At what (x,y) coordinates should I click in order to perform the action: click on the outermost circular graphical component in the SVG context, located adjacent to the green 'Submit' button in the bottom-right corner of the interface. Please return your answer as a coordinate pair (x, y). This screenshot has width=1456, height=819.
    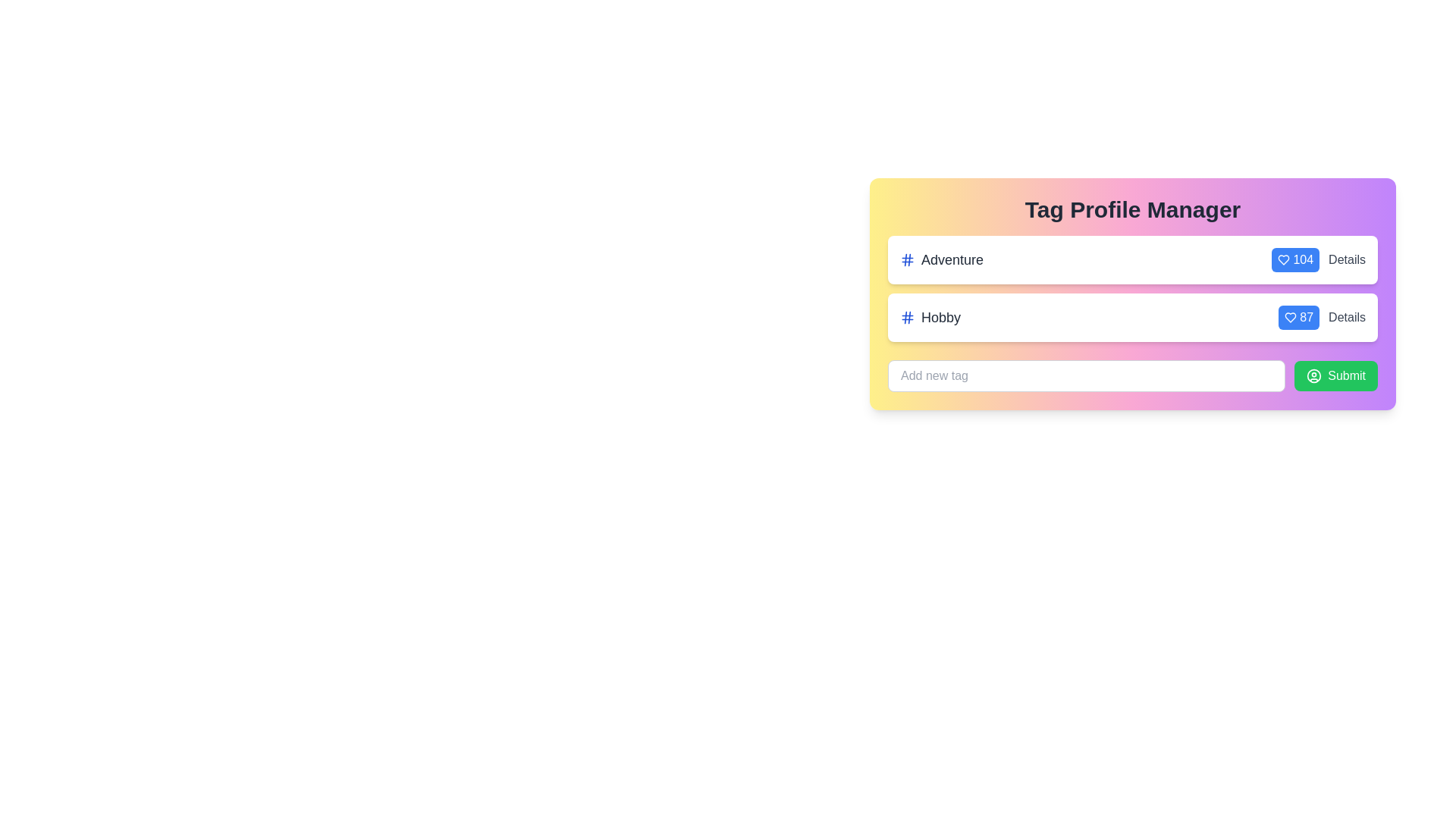
    Looking at the image, I should click on (1313, 375).